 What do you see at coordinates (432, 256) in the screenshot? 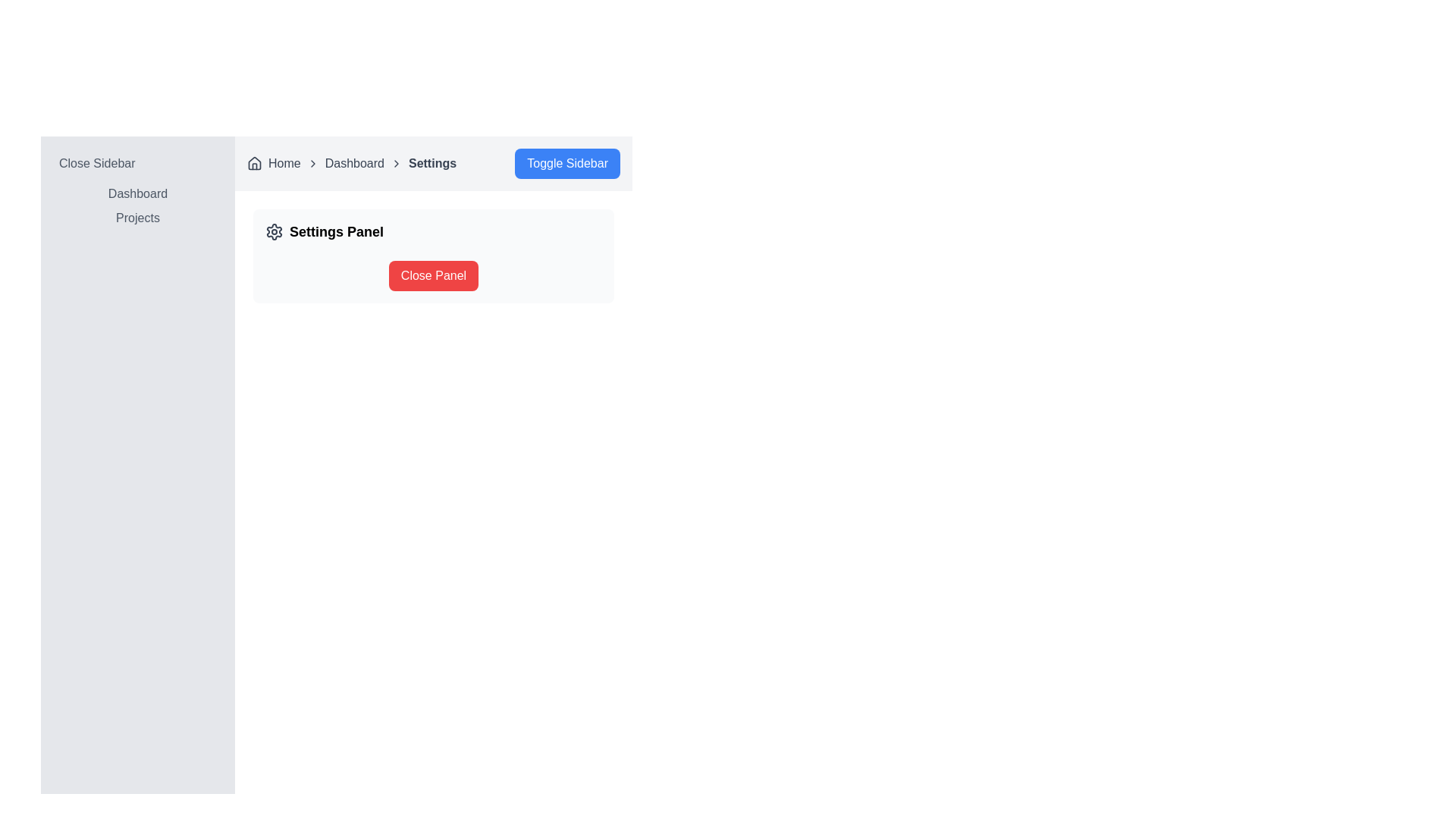
I see `the red 'Close Panel' button in the Settings Panel` at bounding box center [432, 256].